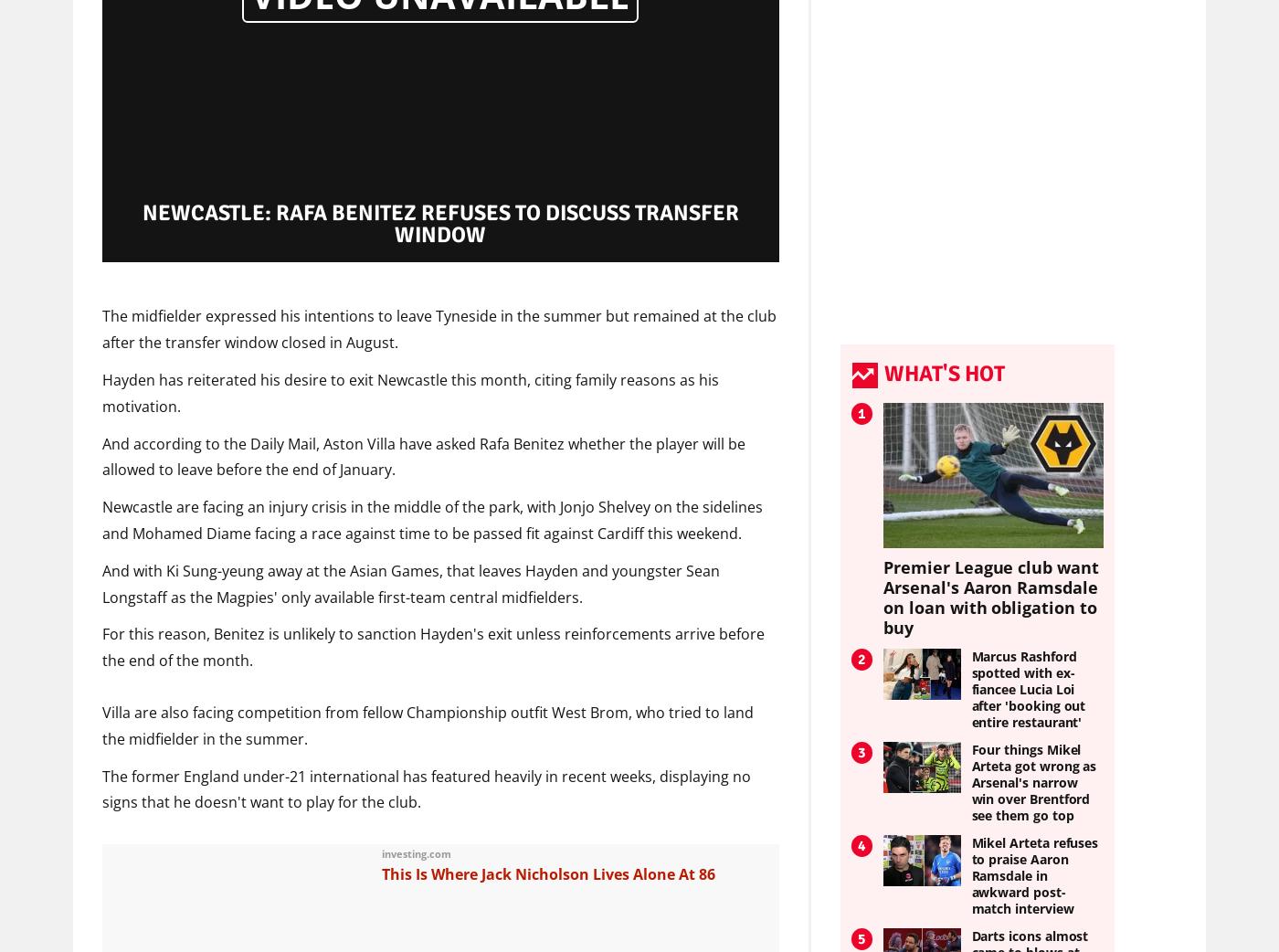 The image size is (1279, 952). What do you see at coordinates (857, 413) in the screenshot?
I see `'1'` at bounding box center [857, 413].